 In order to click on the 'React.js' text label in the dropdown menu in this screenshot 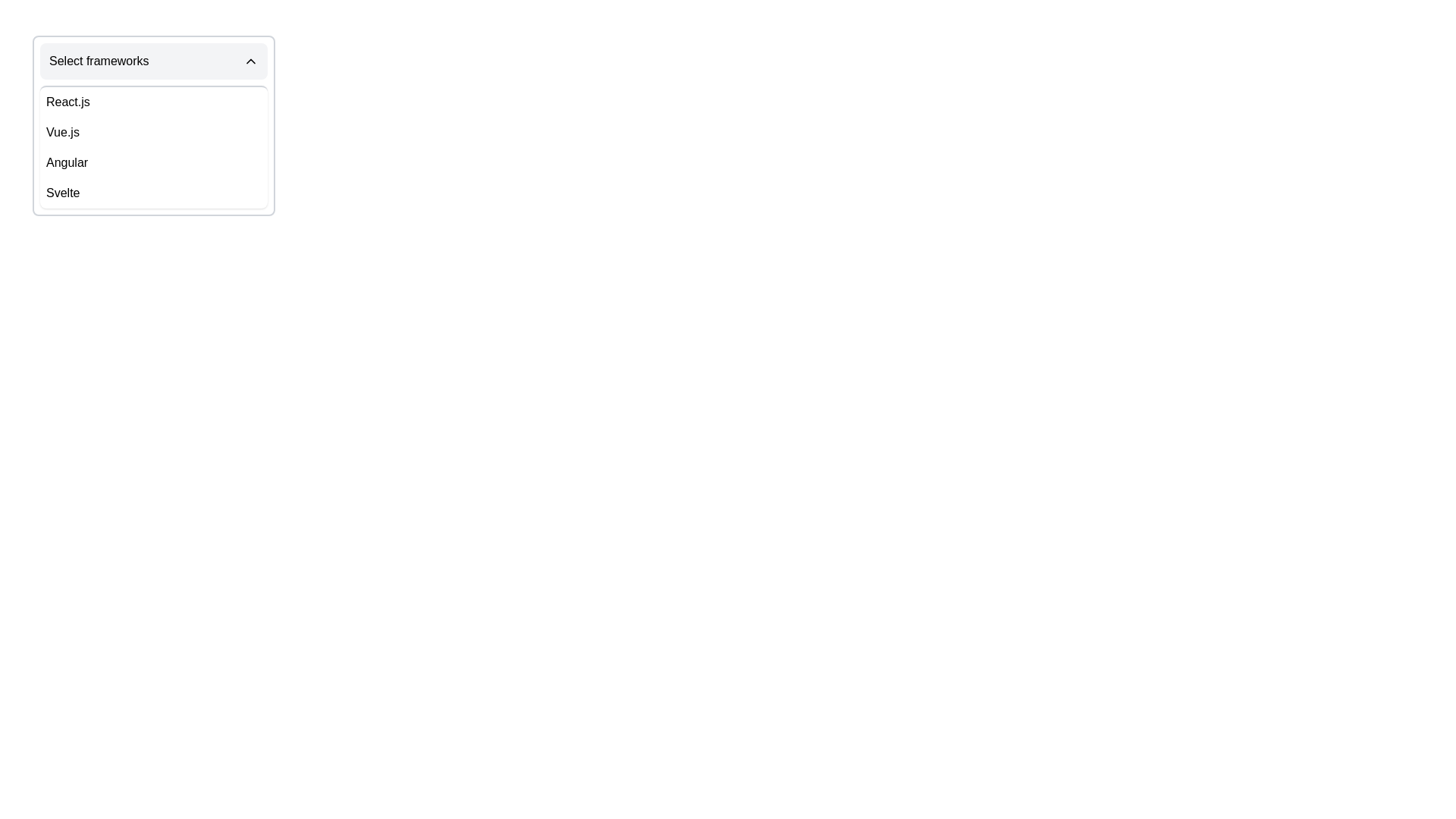, I will do `click(67, 102)`.